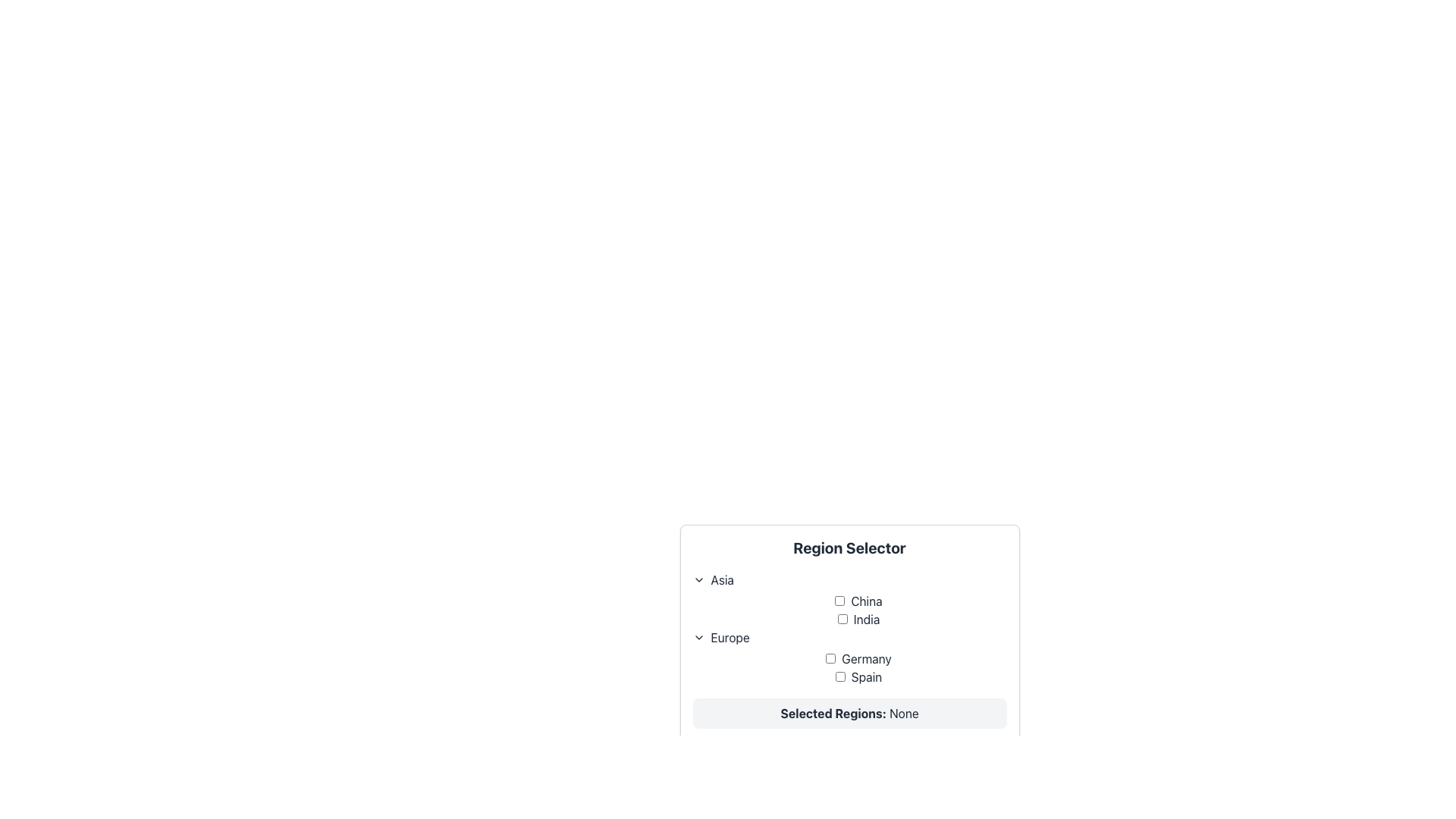 This screenshot has height=819, width=1456. Describe the element at coordinates (858, 601) in the screenshot. I see `the checkbox associated with the 'China' text label located under the 'Asia' section in the region selection interface` at that location.